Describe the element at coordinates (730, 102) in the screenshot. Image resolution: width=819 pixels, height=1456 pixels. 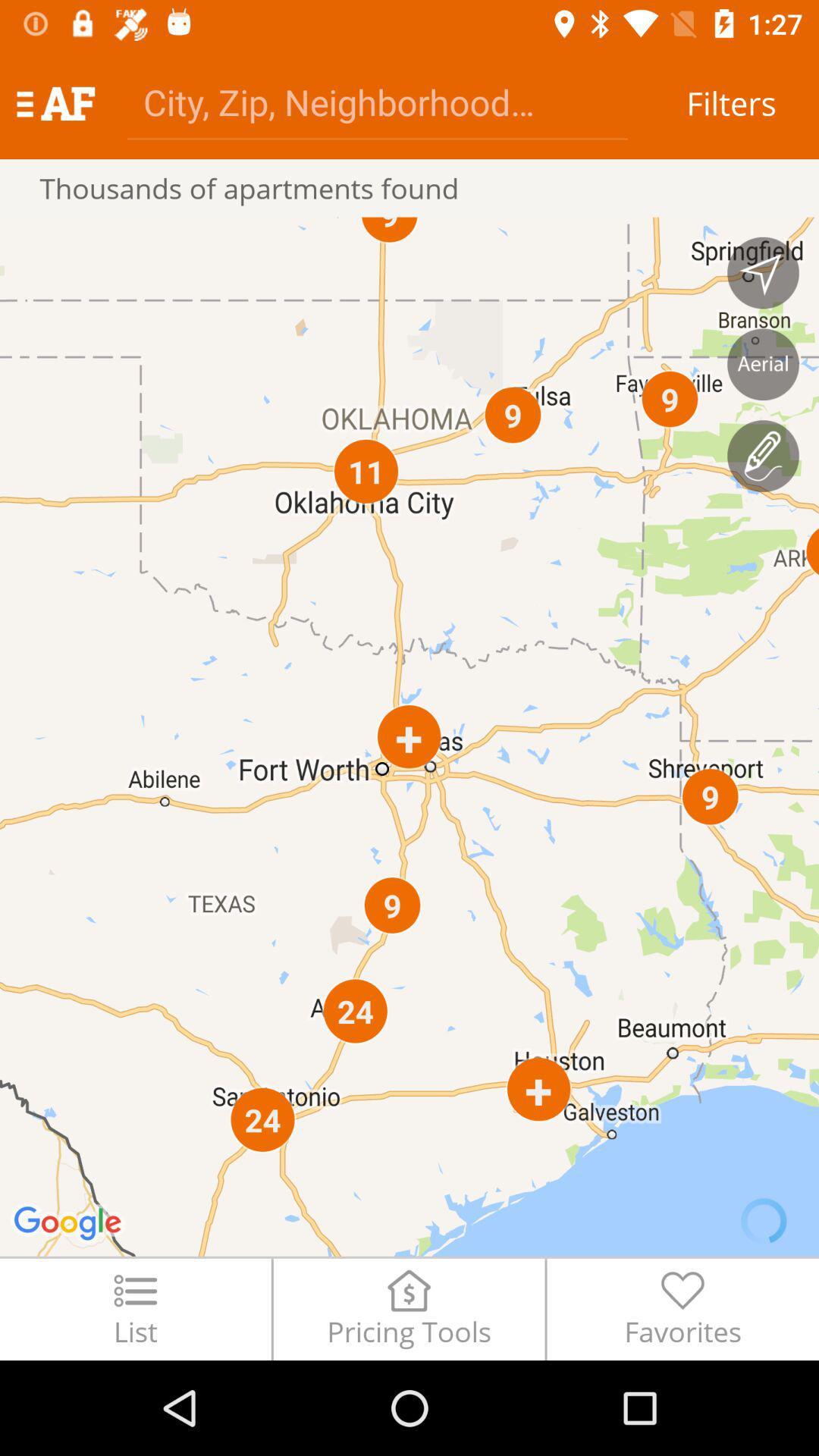
I see `the filters` at that location.